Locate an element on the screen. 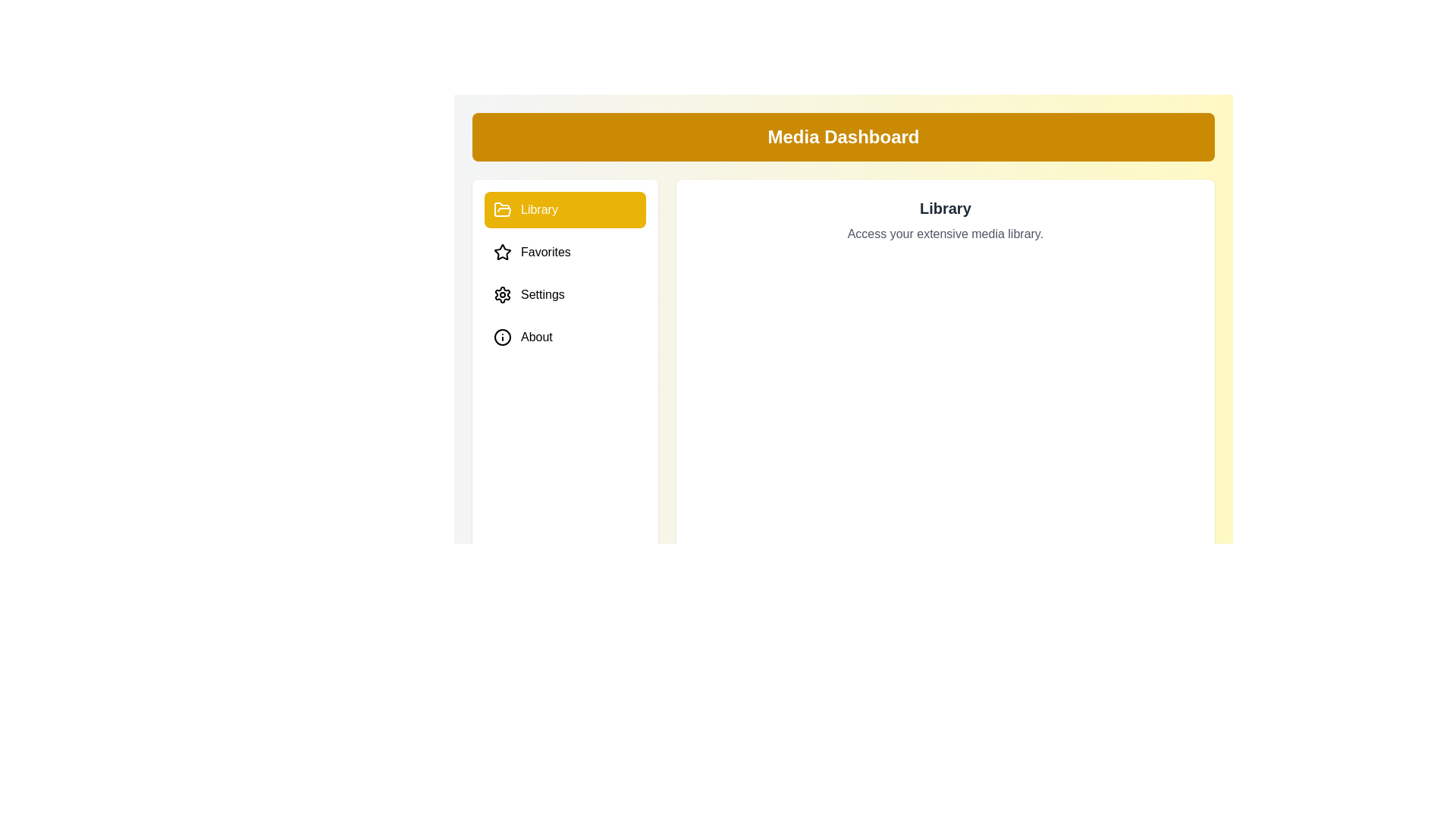 Image resolution: width=1456 pixels, height=819 pixels. the Library tab by clicking on its corresponding menu item is located at coordinates (564, 210).